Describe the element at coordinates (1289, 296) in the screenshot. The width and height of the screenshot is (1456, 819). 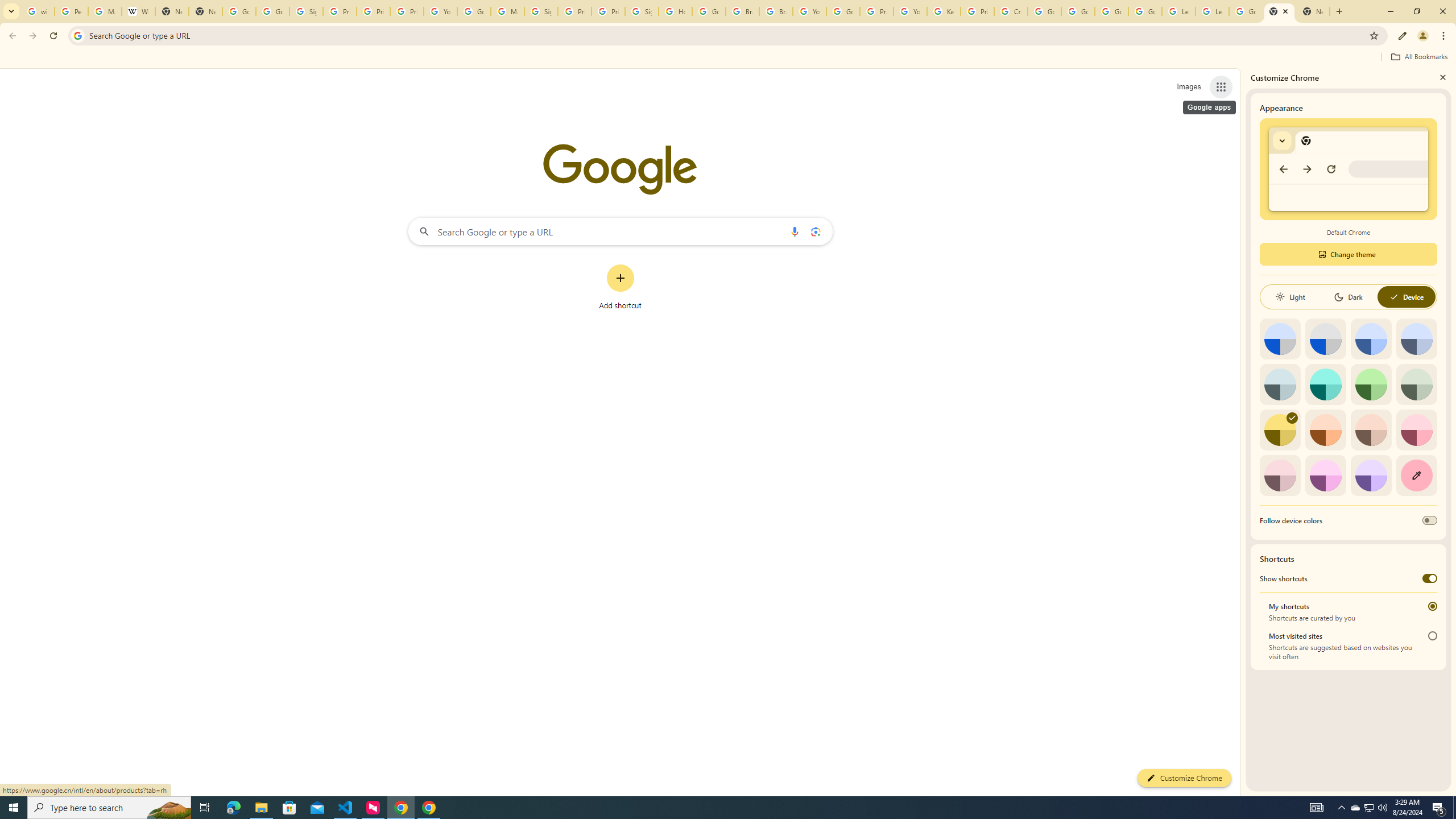
I see `'Light'` at that location.